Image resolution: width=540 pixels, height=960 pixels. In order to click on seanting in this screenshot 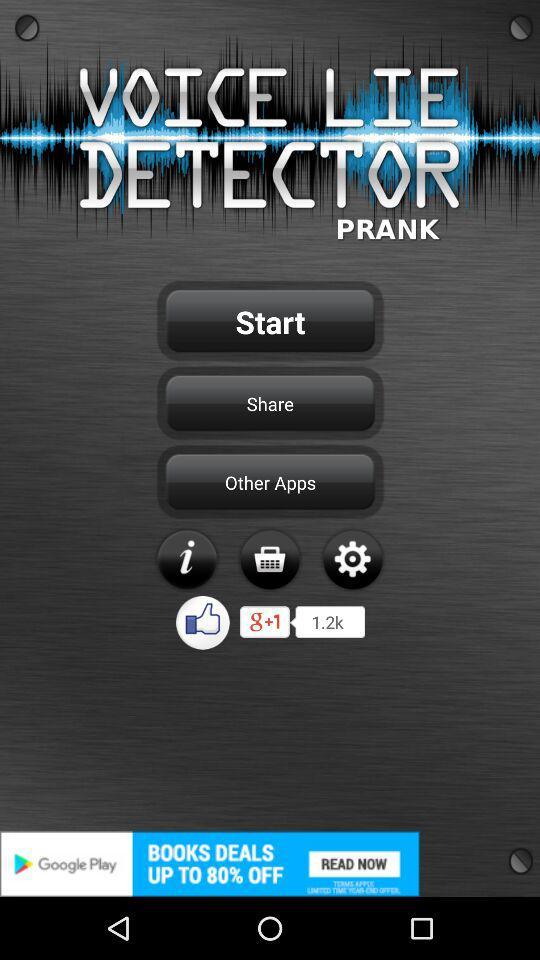, I will do `click(351, 559)`.